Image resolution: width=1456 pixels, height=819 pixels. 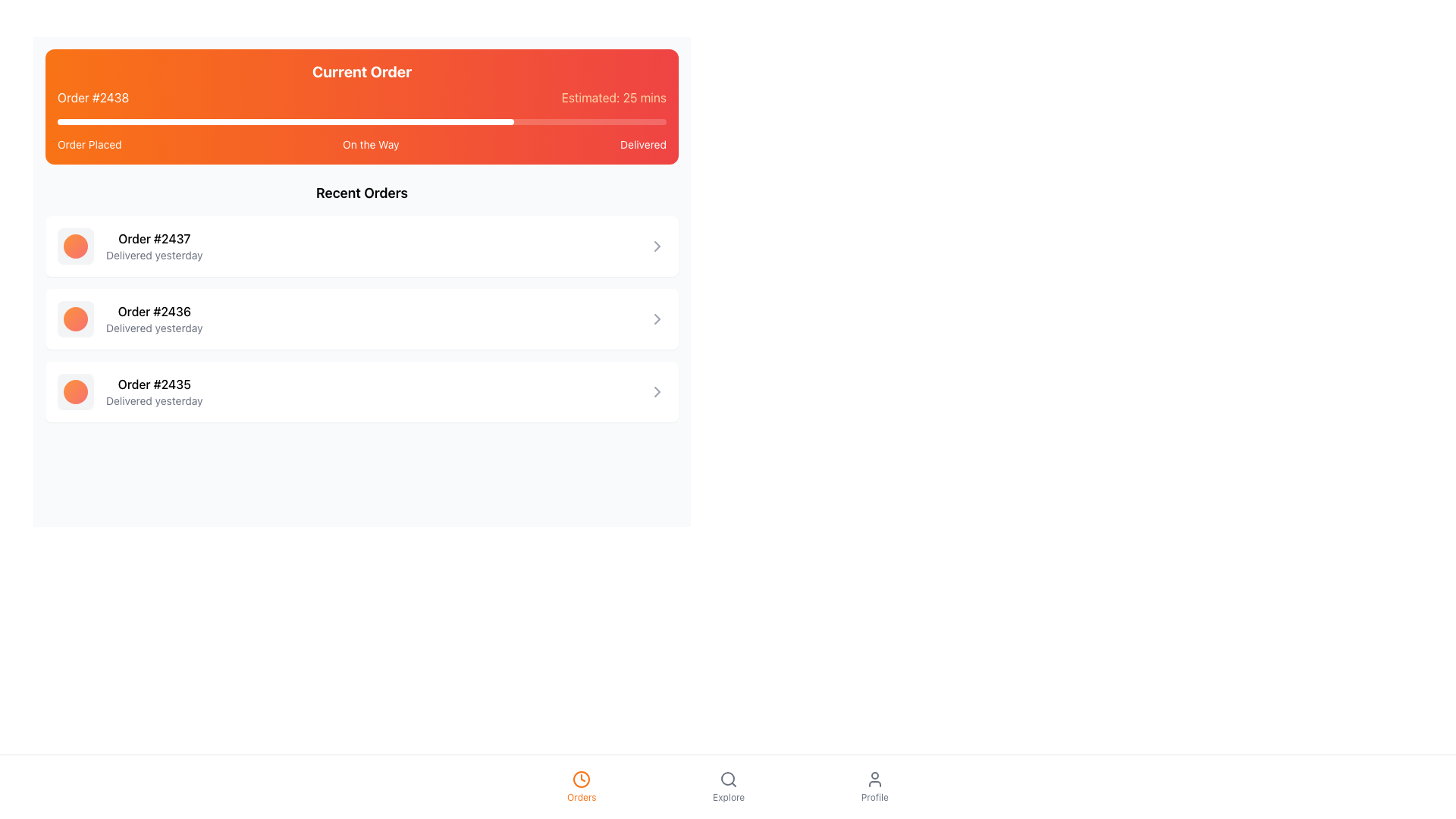 I want to click on on the first list item in the 'Recent Orders' section, which contains order number #2437 and the delivery status 'Delivered yesterday', so click(x=130, y=245).